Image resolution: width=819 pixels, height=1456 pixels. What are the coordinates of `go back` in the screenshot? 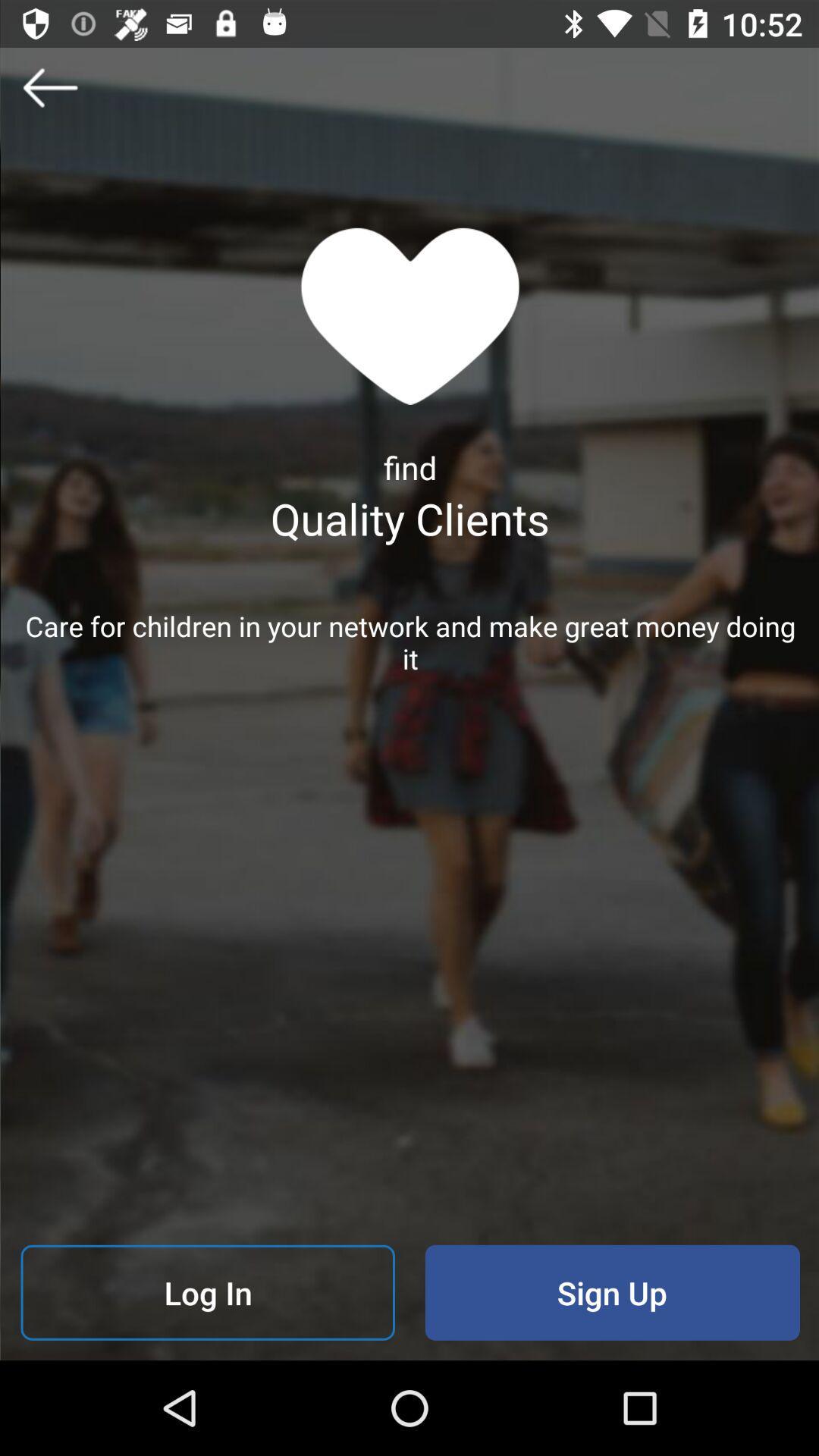 It's located at (49, 86).